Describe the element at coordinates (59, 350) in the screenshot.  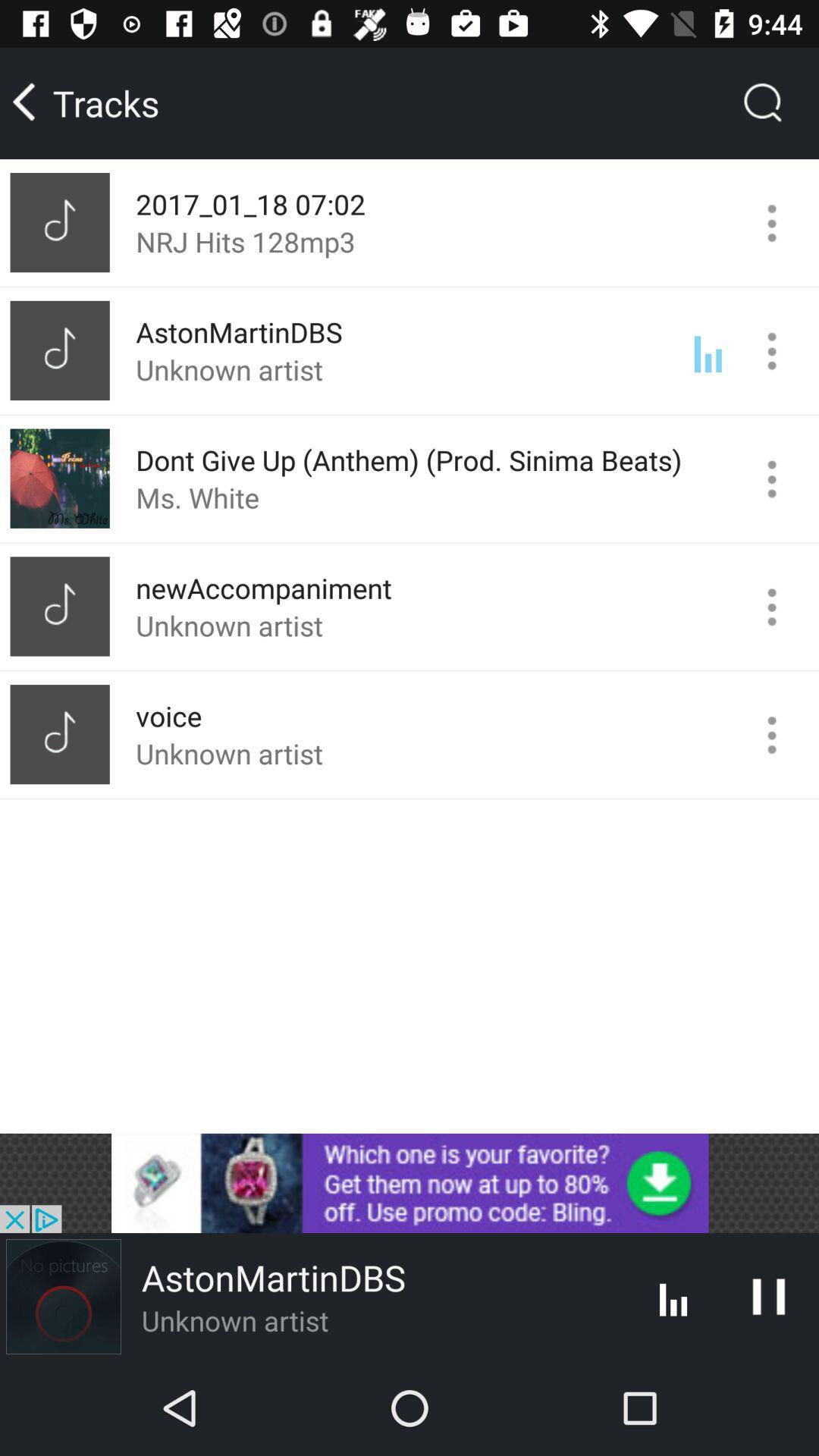
I see `mini image left to astonmrtindbs` at that location.